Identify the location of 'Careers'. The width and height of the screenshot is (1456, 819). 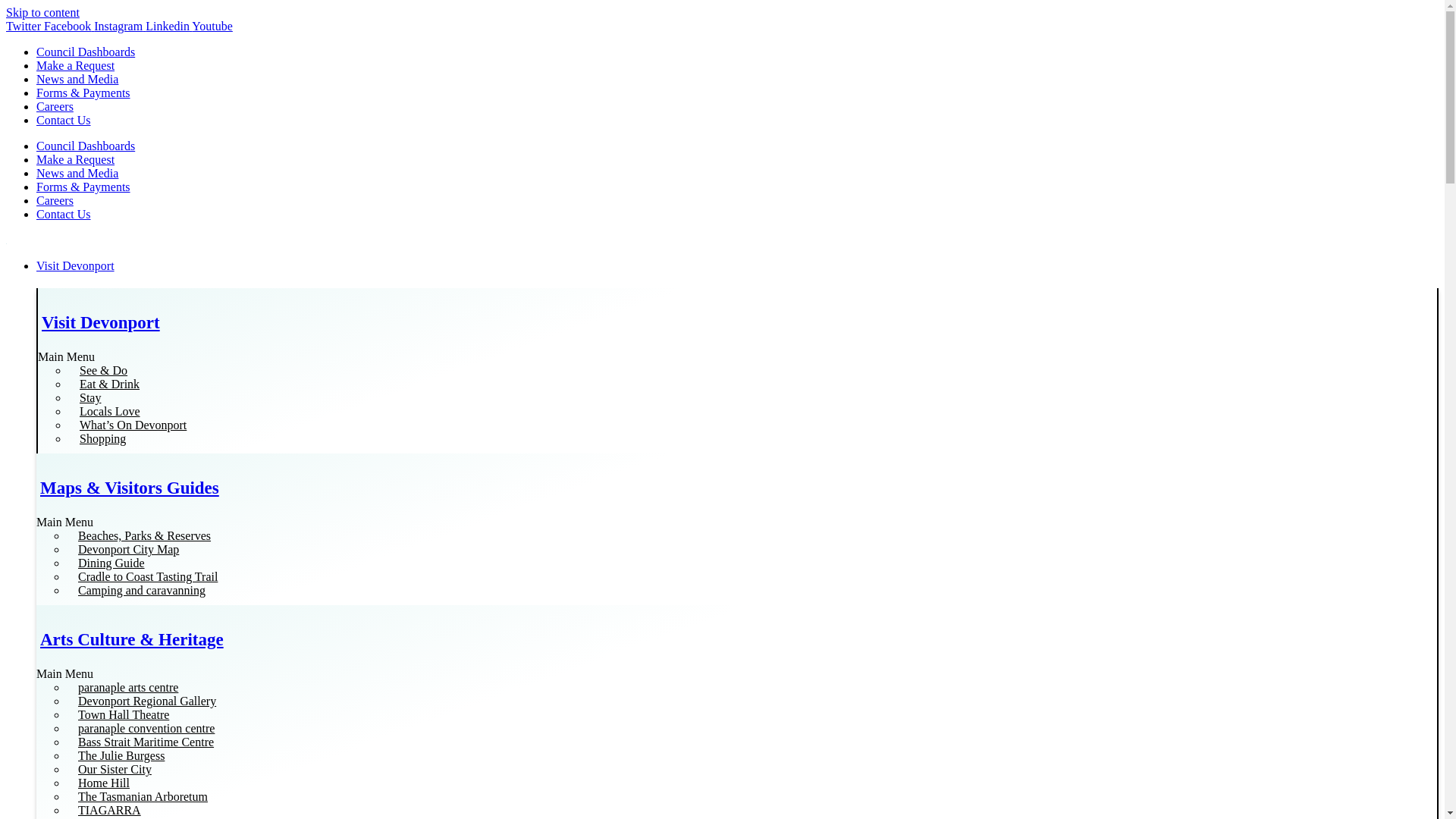
(55, 105).